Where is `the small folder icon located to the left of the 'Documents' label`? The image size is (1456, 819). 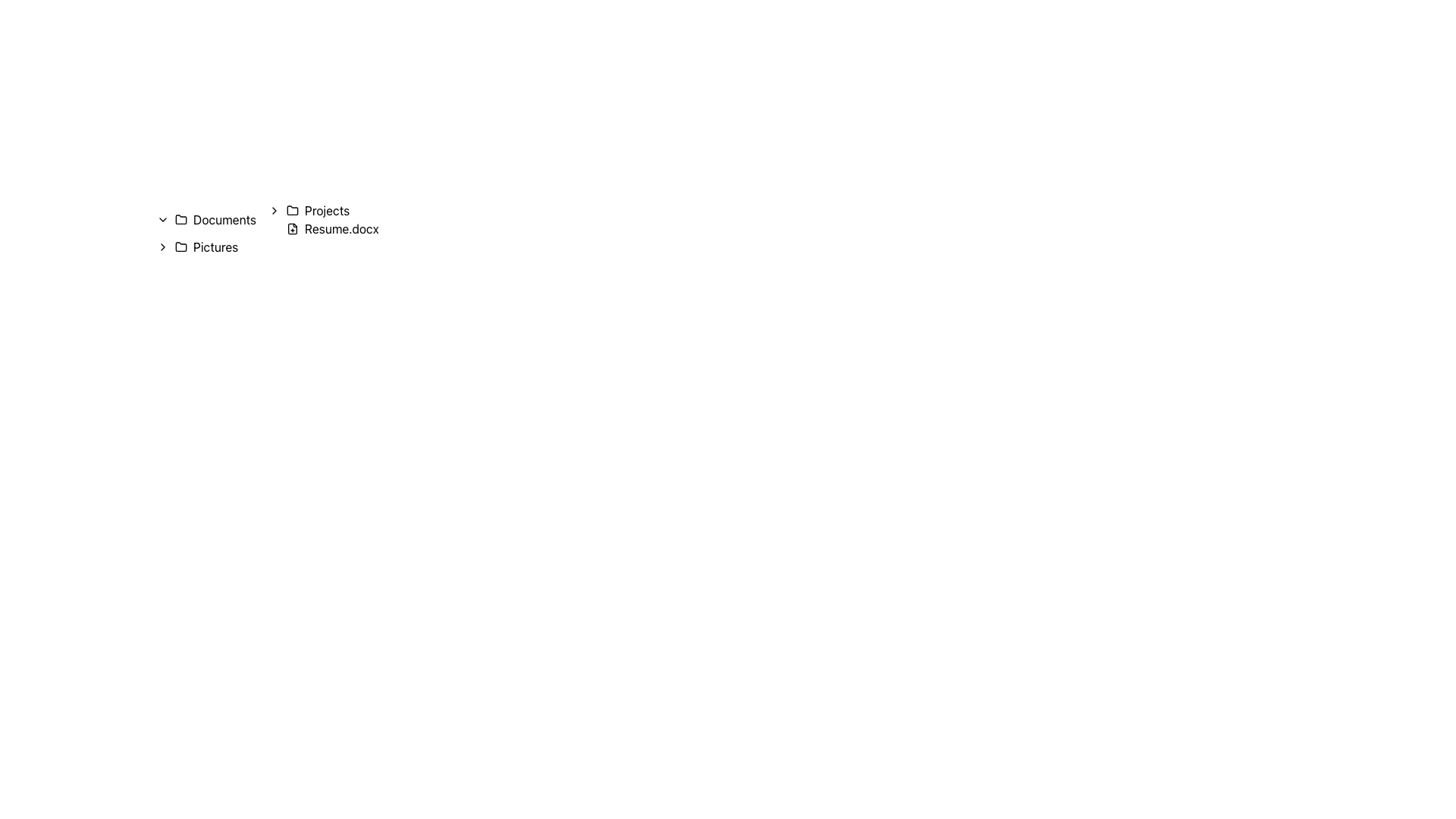
the small folder icon located to the left of the 'Documents' label is located at coordinates (181, 219).